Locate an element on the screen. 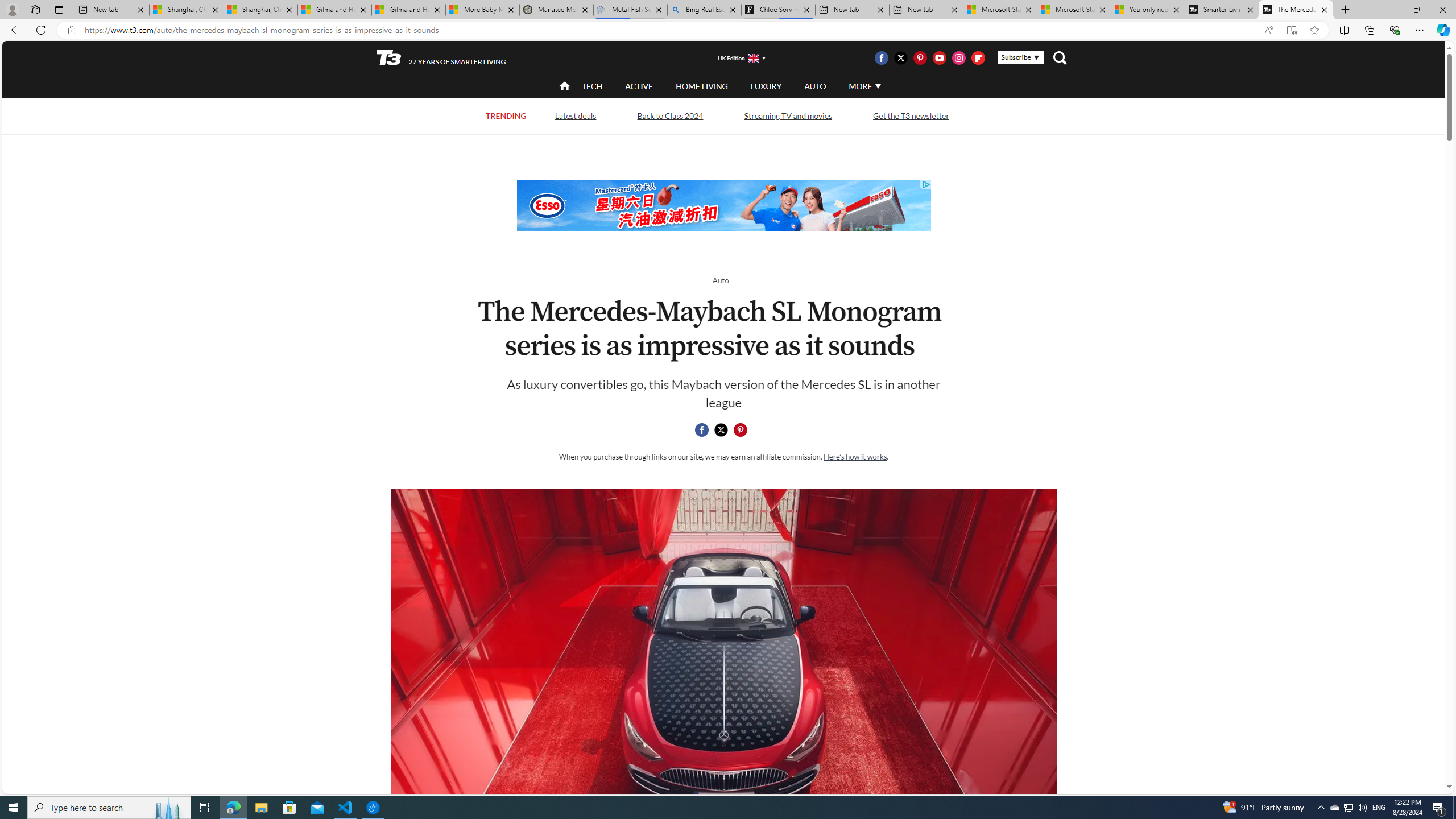  'Chloe Sorvino' is located at coordinates (777, 9).